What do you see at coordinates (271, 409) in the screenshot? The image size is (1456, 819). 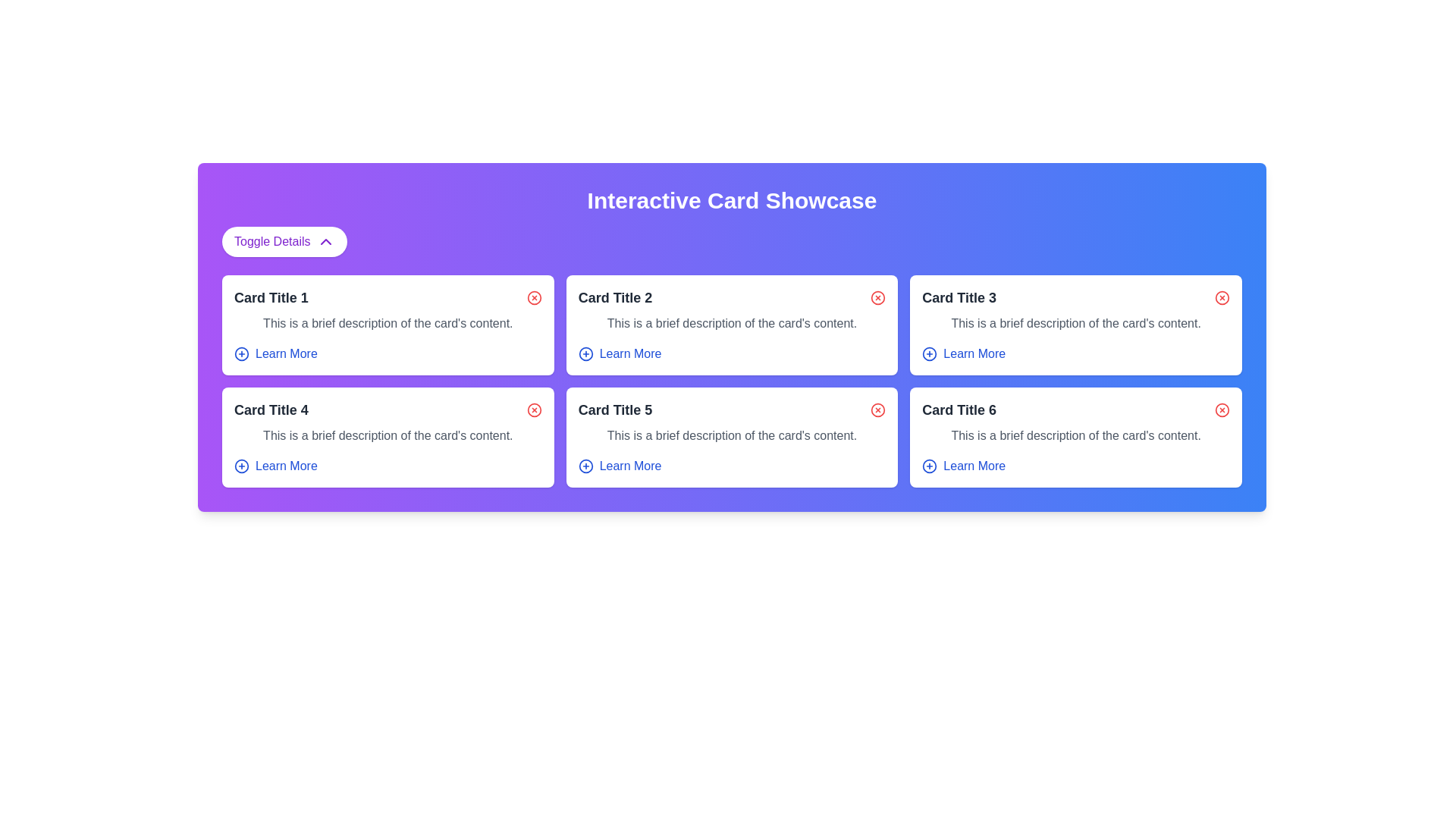 I see `the text content of the text component displaying 'Card Title 4', which is in bold, dark gray font and located in the first column of the second row in the grid layout` at bounding box center [271, 409].